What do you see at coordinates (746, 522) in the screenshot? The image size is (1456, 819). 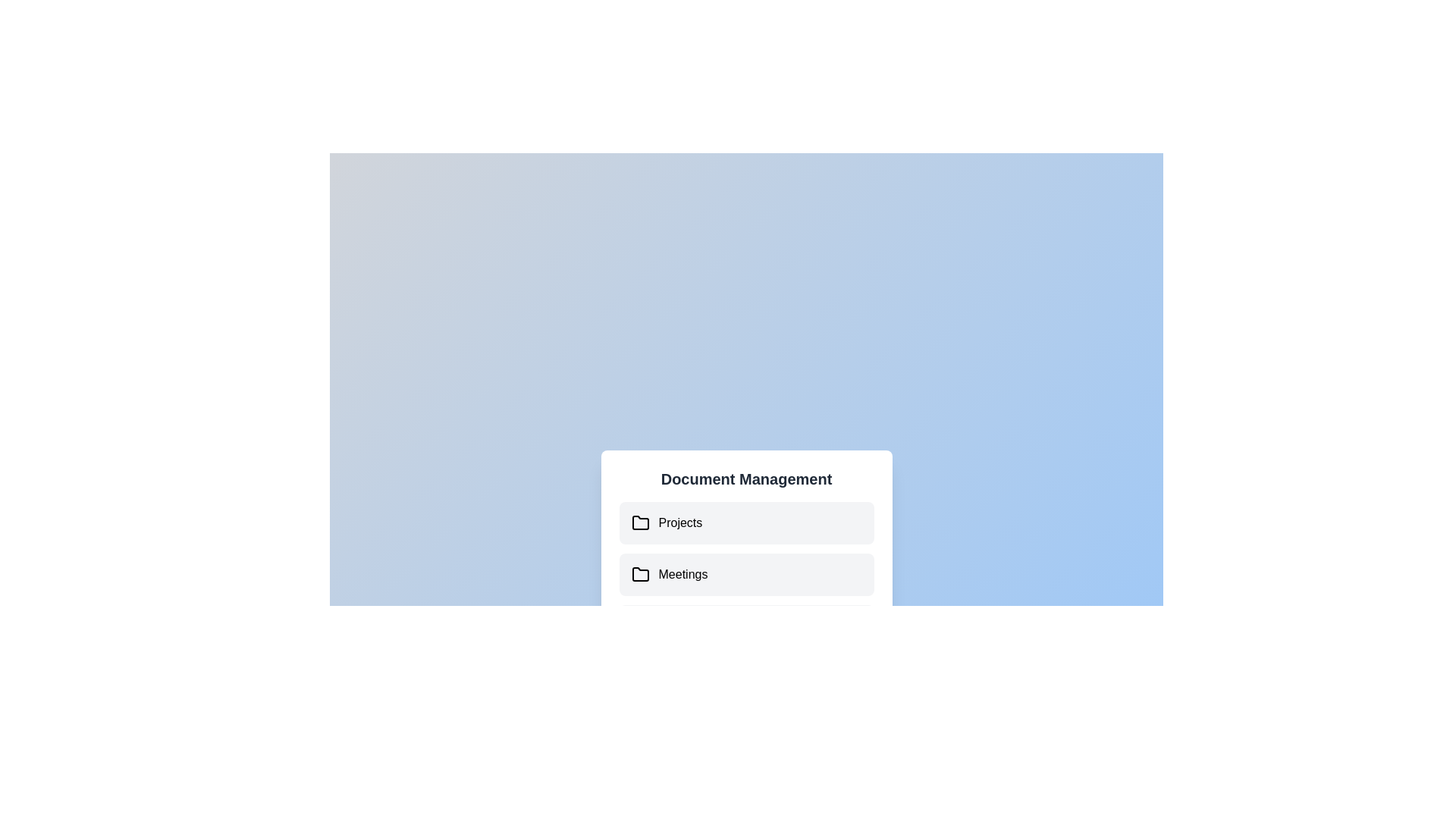 I see `the folder Projects to toggle its expanded or collapsed state` at bounding box center [746, 522].